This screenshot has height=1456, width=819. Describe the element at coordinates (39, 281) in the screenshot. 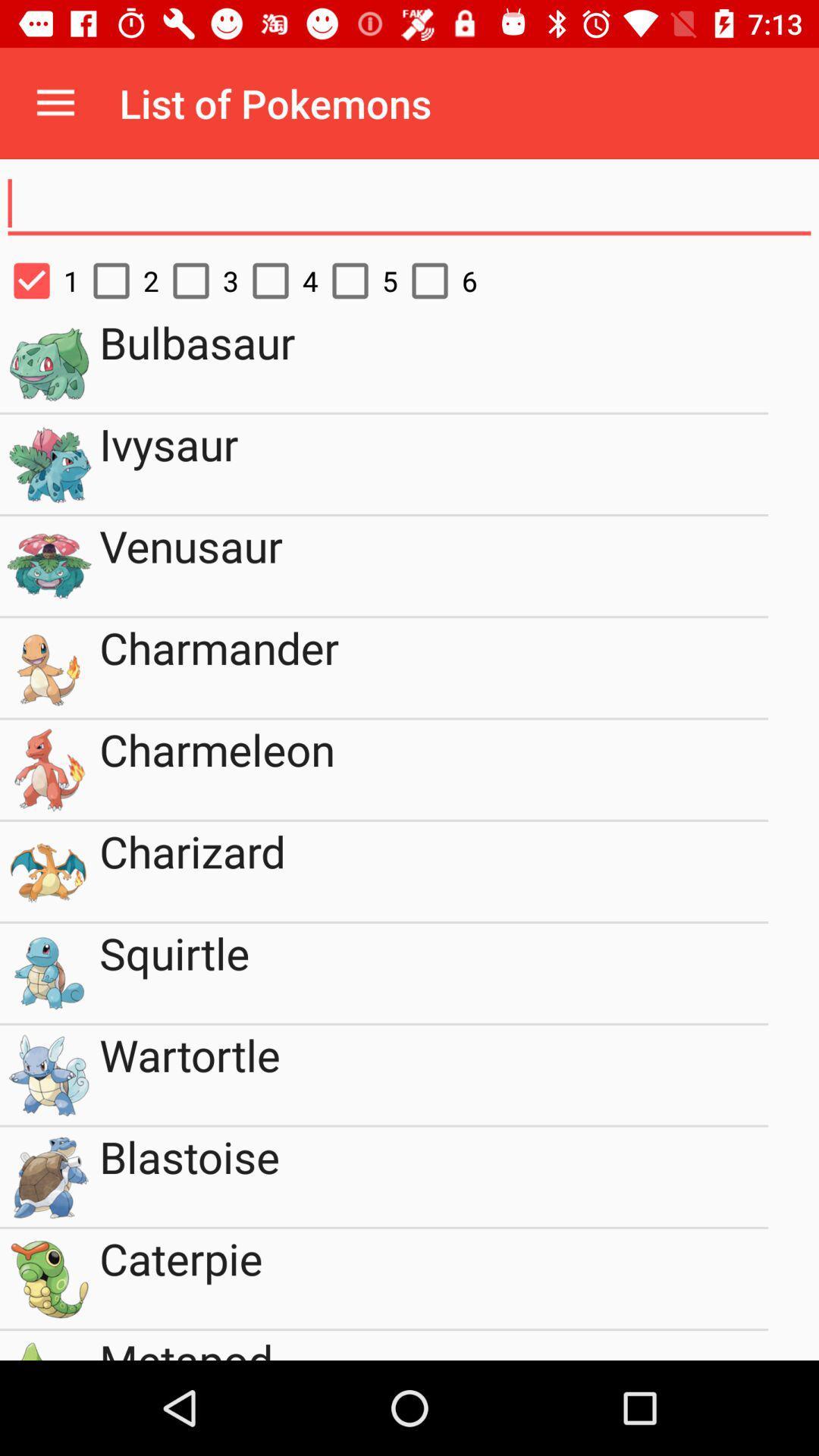

I see `item to the left of the 2` at that location.